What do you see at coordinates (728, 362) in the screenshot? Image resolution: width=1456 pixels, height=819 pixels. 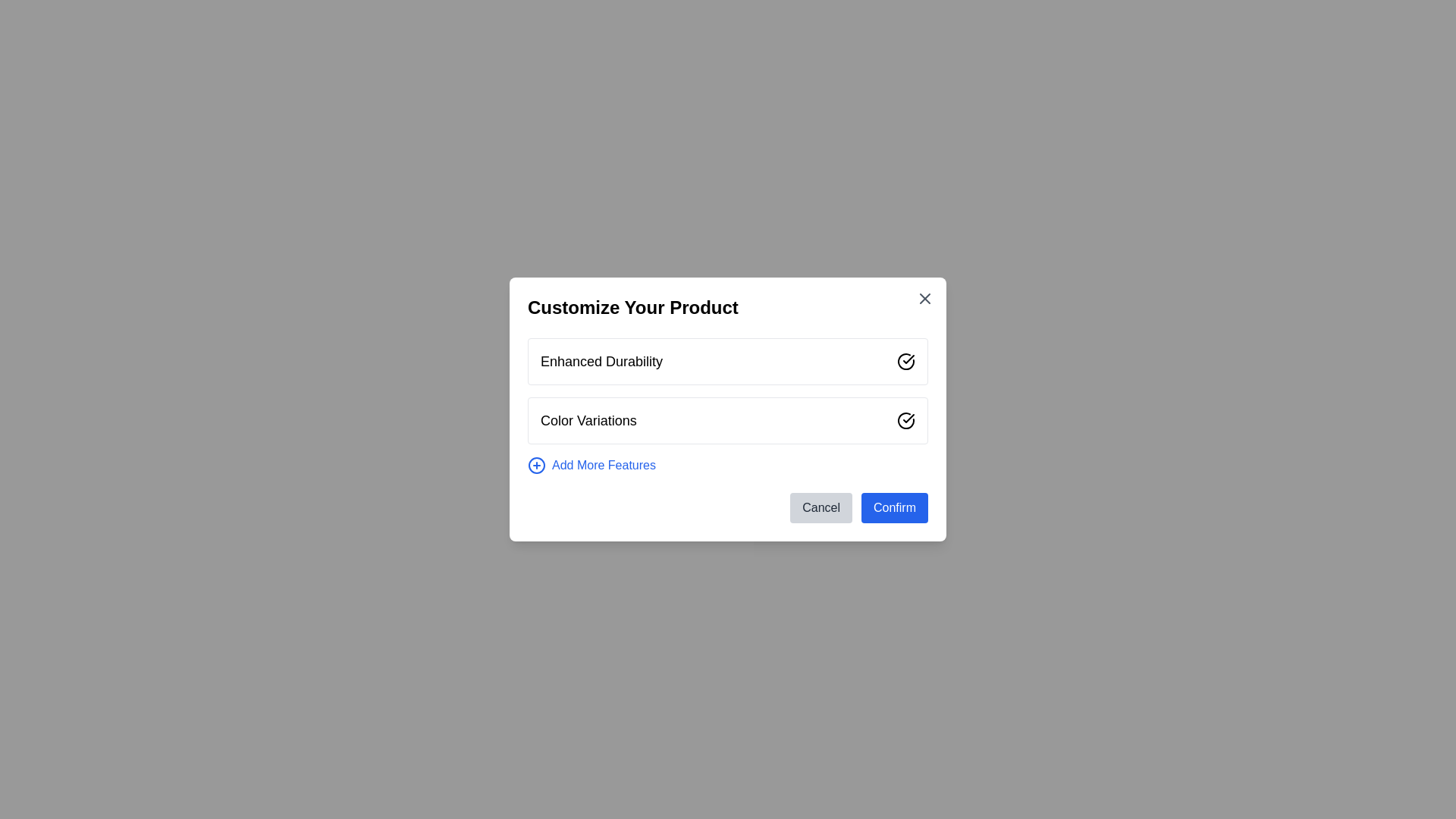 I see `the 'Enhanced Durability' selectable option located in the upper section of a list within a modal dialog box` at bounding box center [728, 362].